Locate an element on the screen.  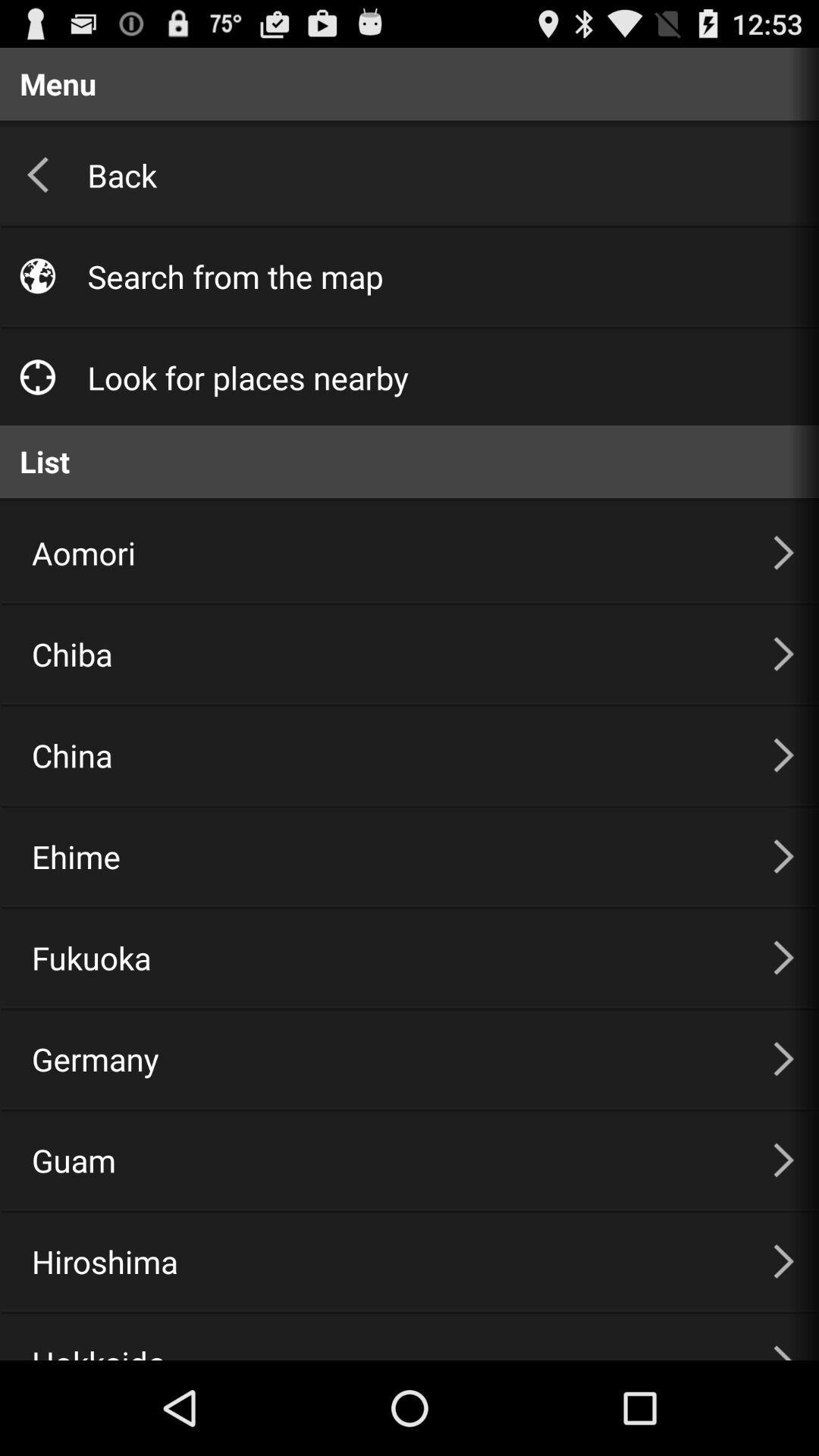
the next button beside ehime is located at coordinates (783, 856).